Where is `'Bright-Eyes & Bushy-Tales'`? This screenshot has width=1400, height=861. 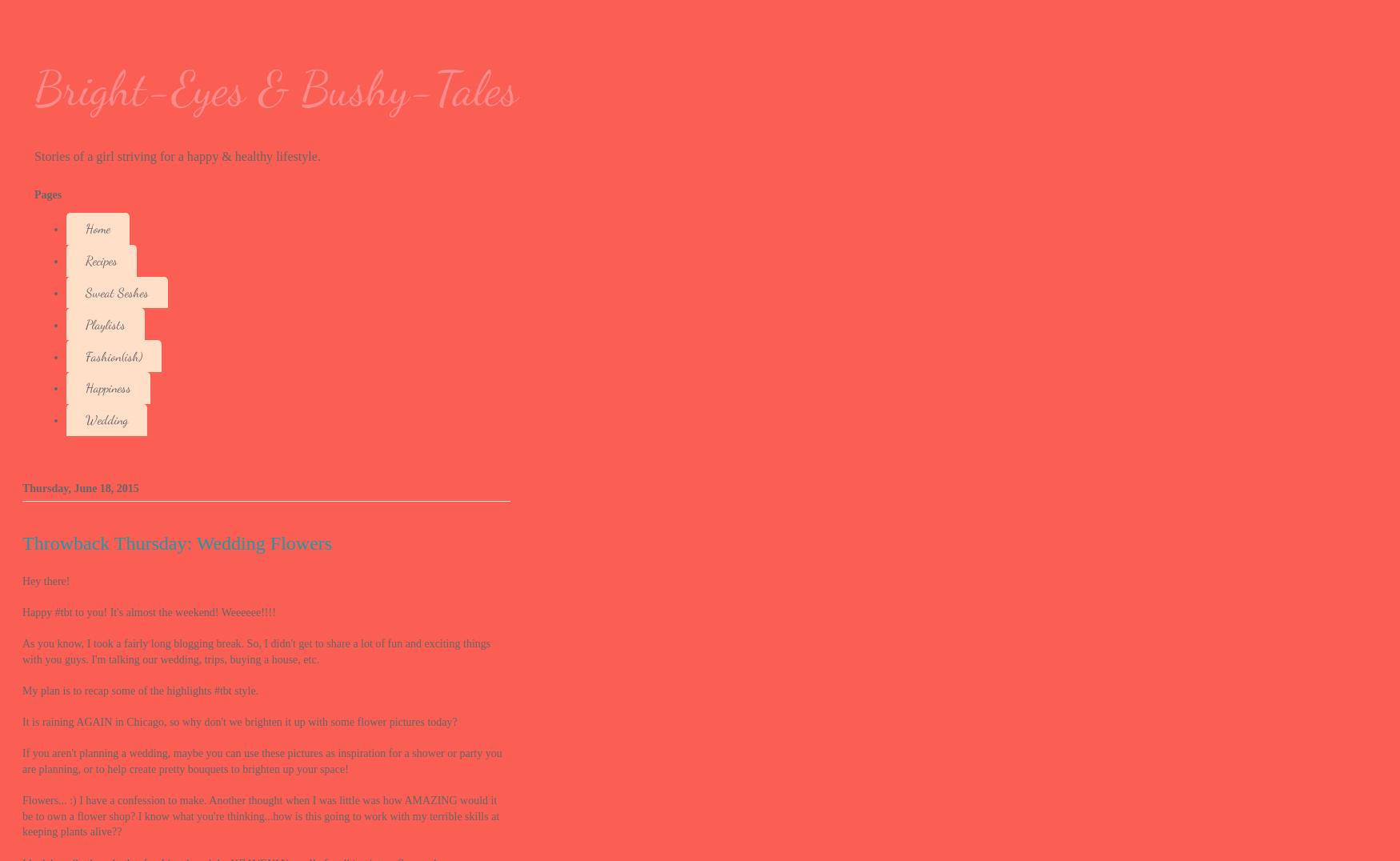 'Bright-Eyes & Bushy-Tales' is located at coordinates (276, 88).